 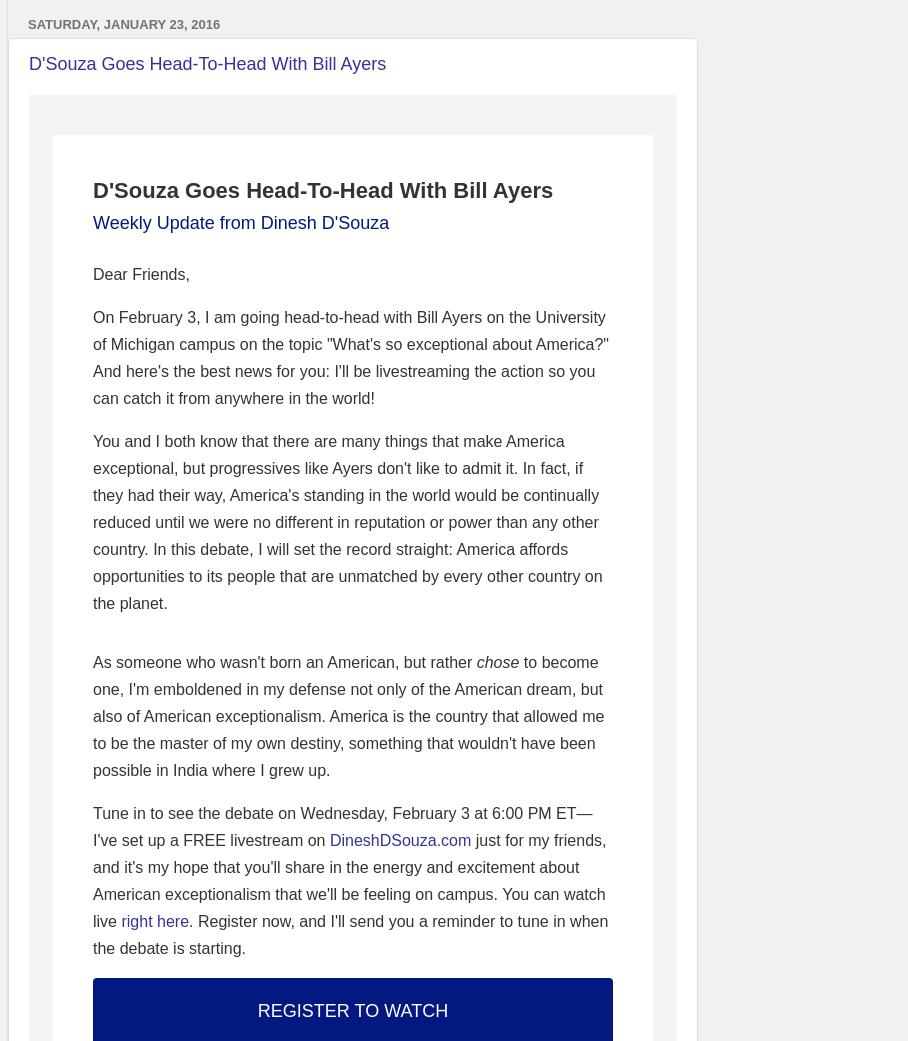 I want to click on 'just for my friends, and it's my hope that you'll share in the energy and excitement about American exceptionalism that we'll be feeling on campus. You can watch live', so click(x=349, y=879).